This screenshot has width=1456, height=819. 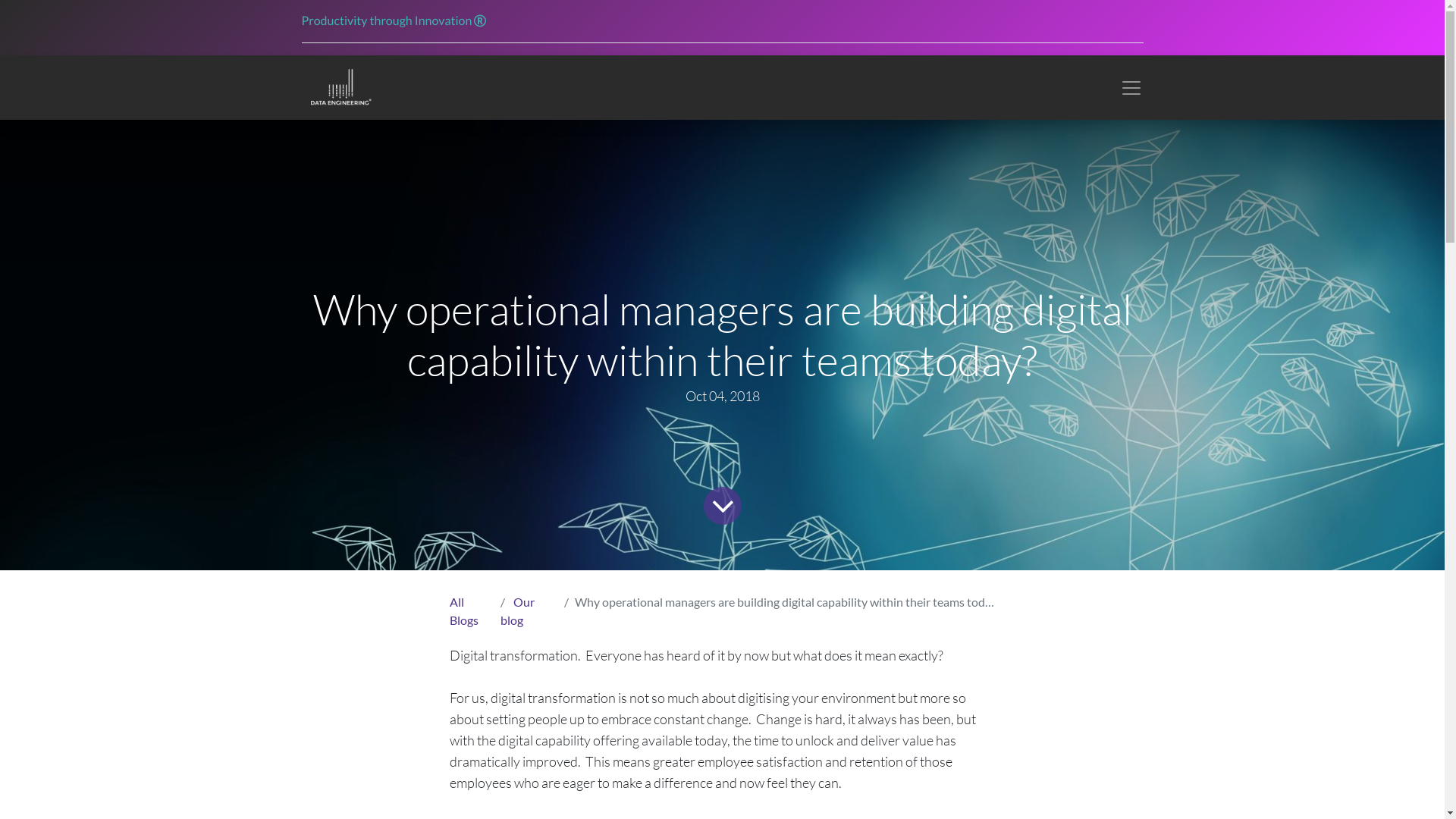 I want to click on 'All Blogs', so click(x=462, y=610).